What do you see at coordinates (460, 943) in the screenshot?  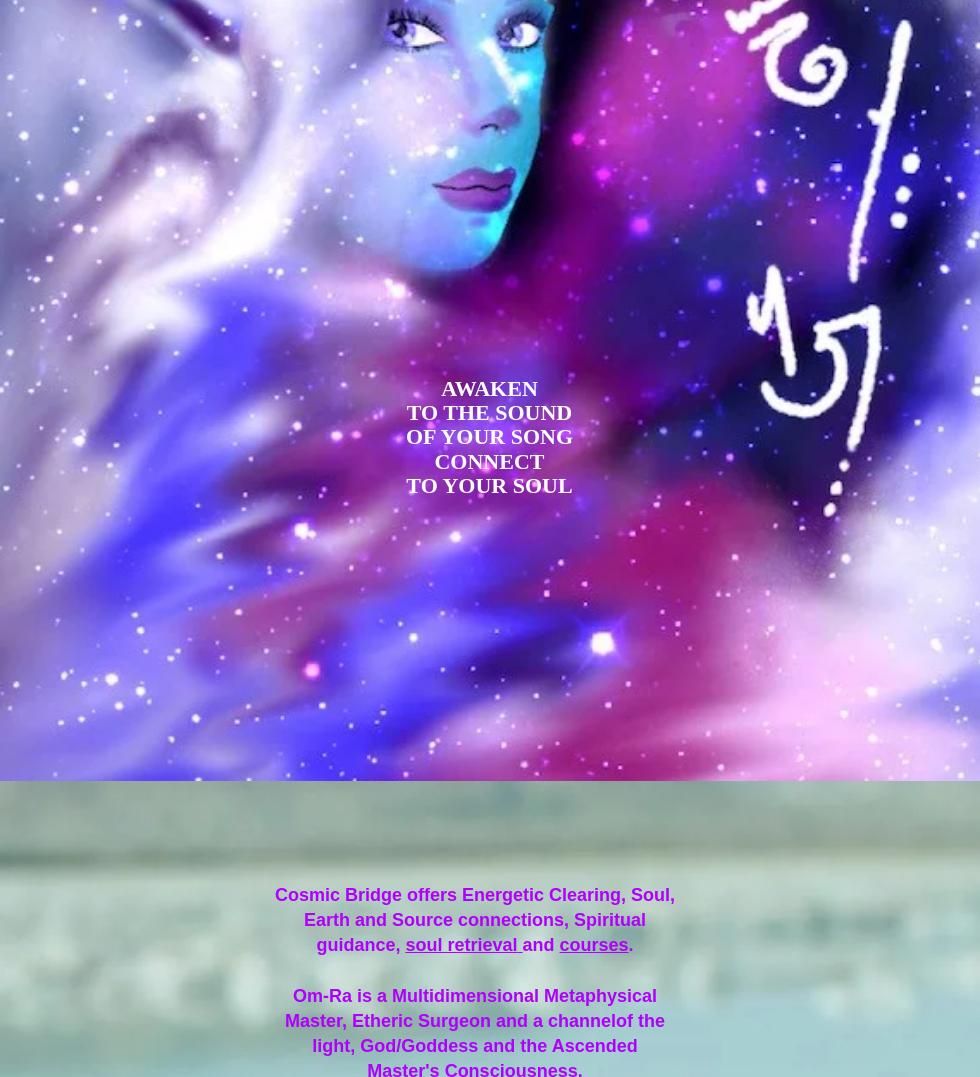 I see `'soul retrieval'` at bounding box center [460, 943].